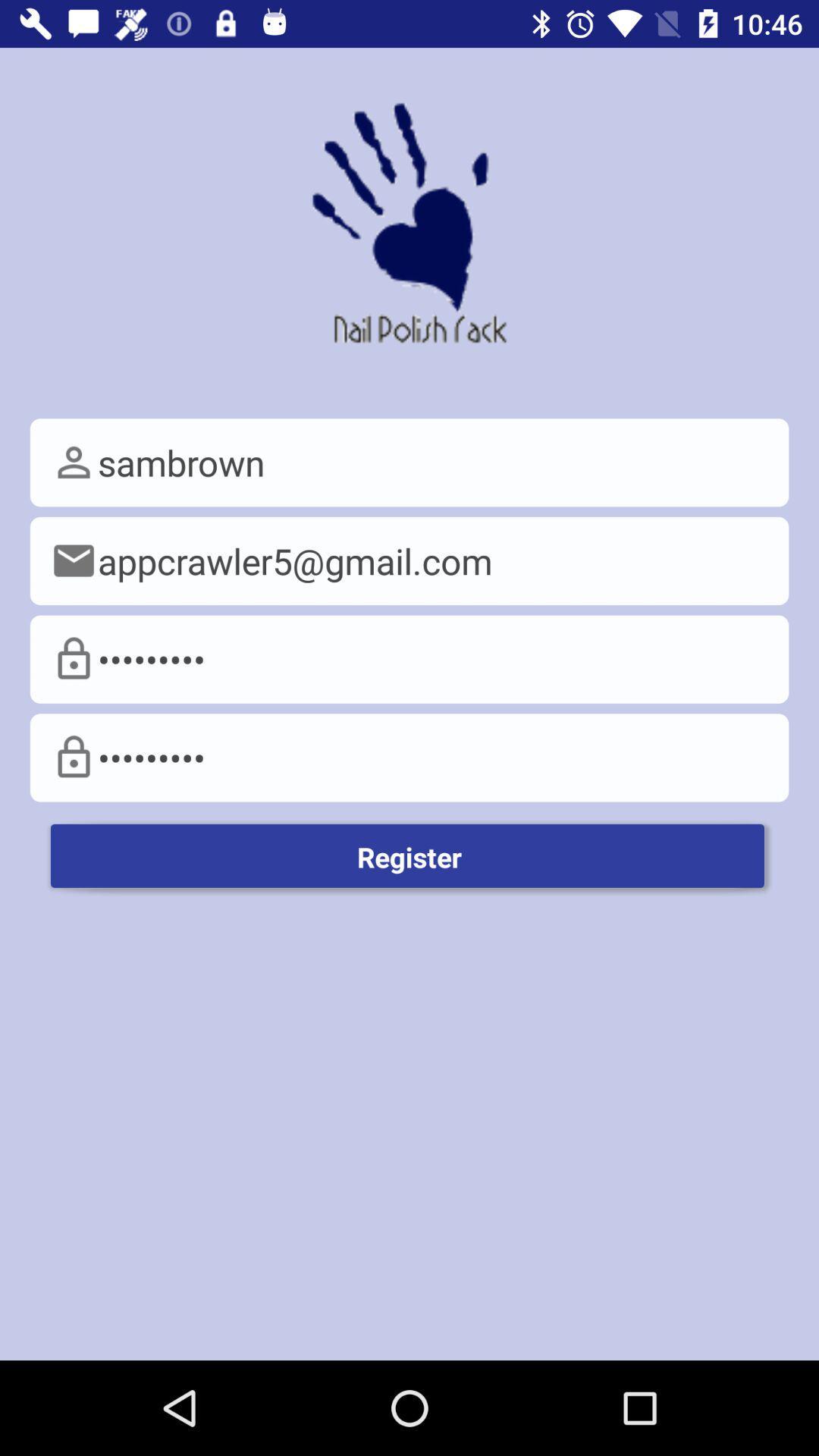 Image resolution: width=819 pixels, height=1456 pixels. I want to click on the sambrown item, so click(409, 462).